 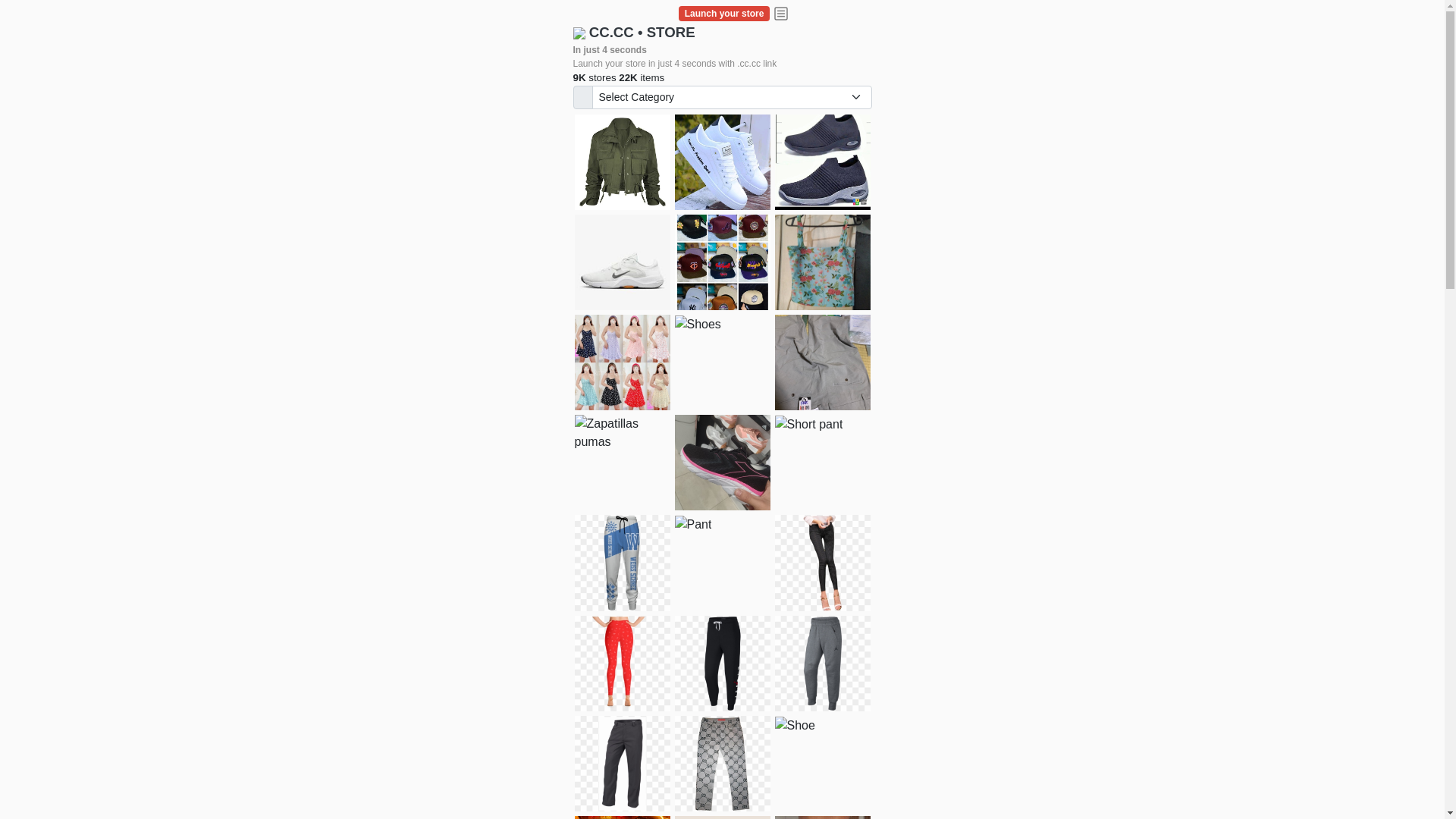 I want to click on 'Dress/square nect top', so click(x=622, y=362).